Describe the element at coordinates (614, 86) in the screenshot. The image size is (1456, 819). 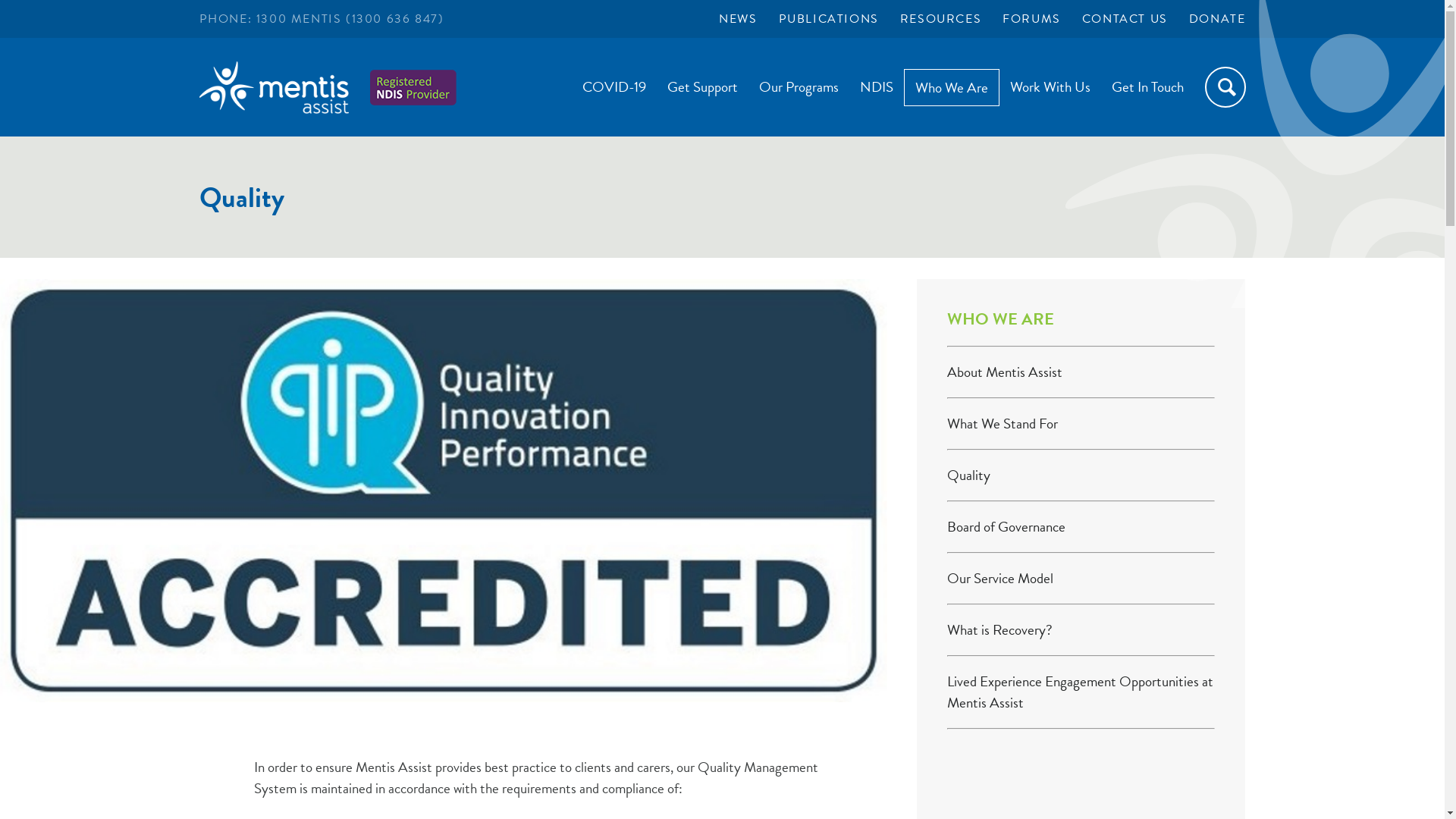
I see `'COVID-19'` at that location.